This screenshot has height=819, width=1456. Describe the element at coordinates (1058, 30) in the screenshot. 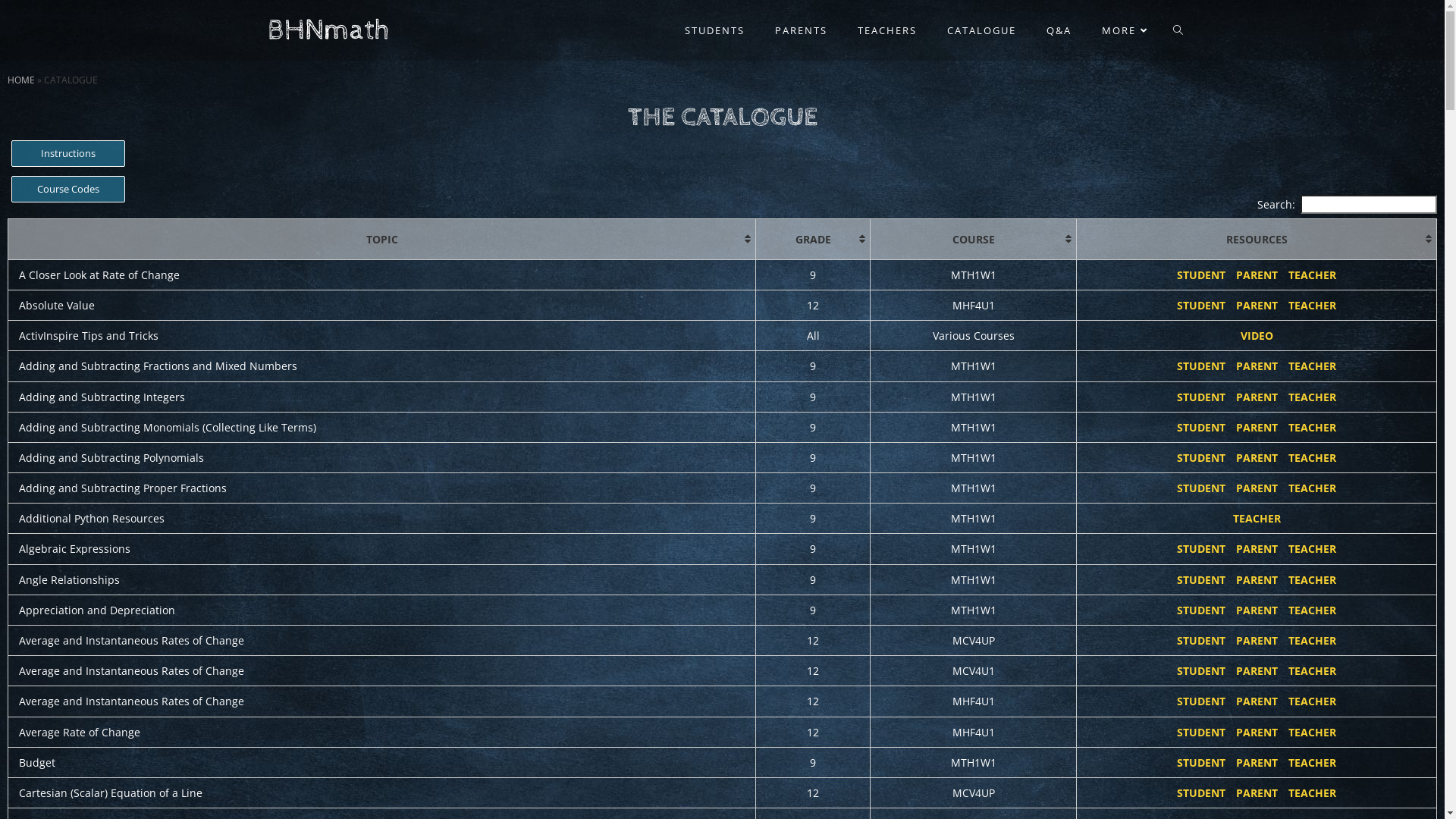

I see `'Q&A'` at that location.